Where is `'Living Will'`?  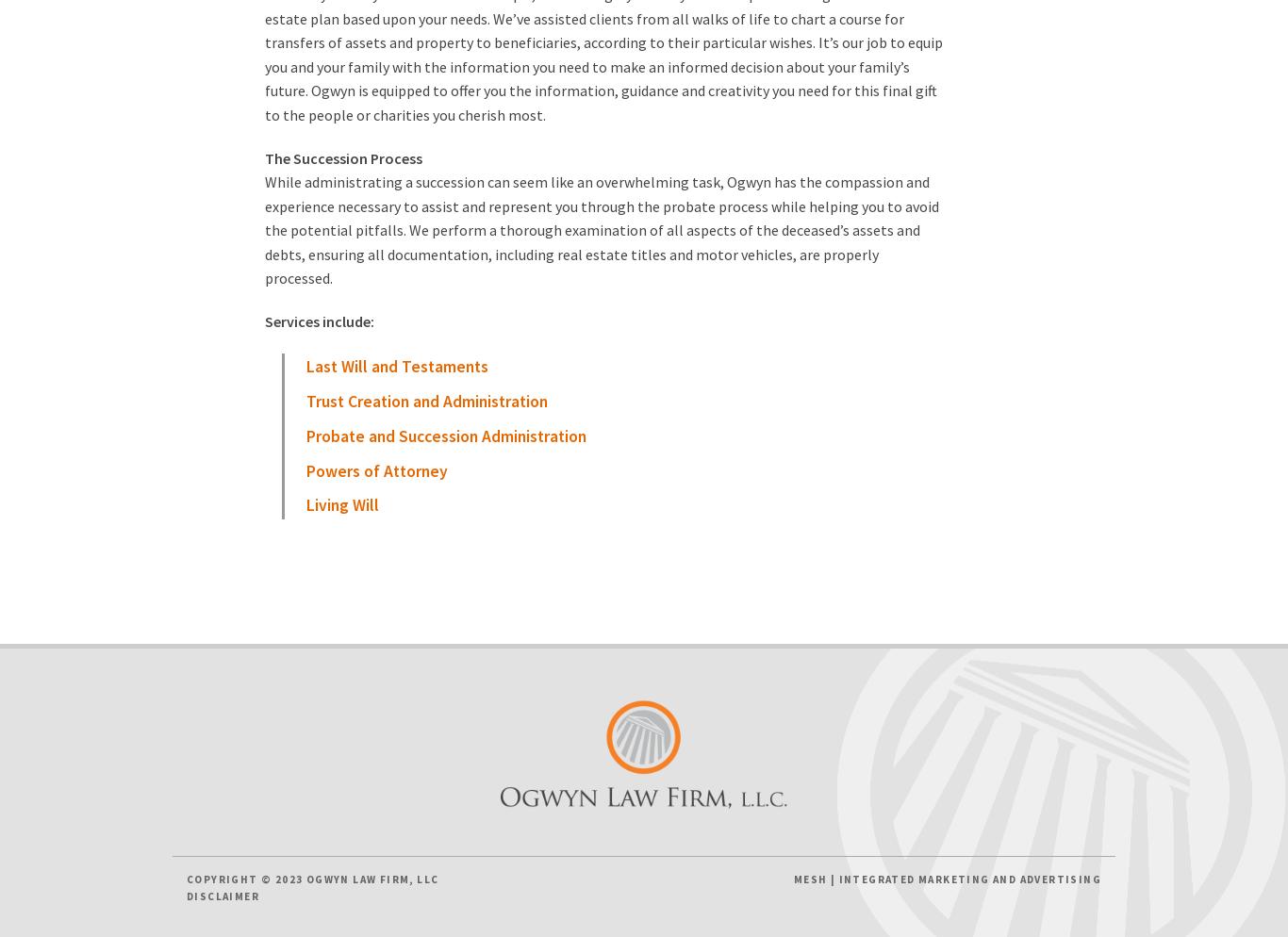 'Living Will' is located at coordinates (340, 503).